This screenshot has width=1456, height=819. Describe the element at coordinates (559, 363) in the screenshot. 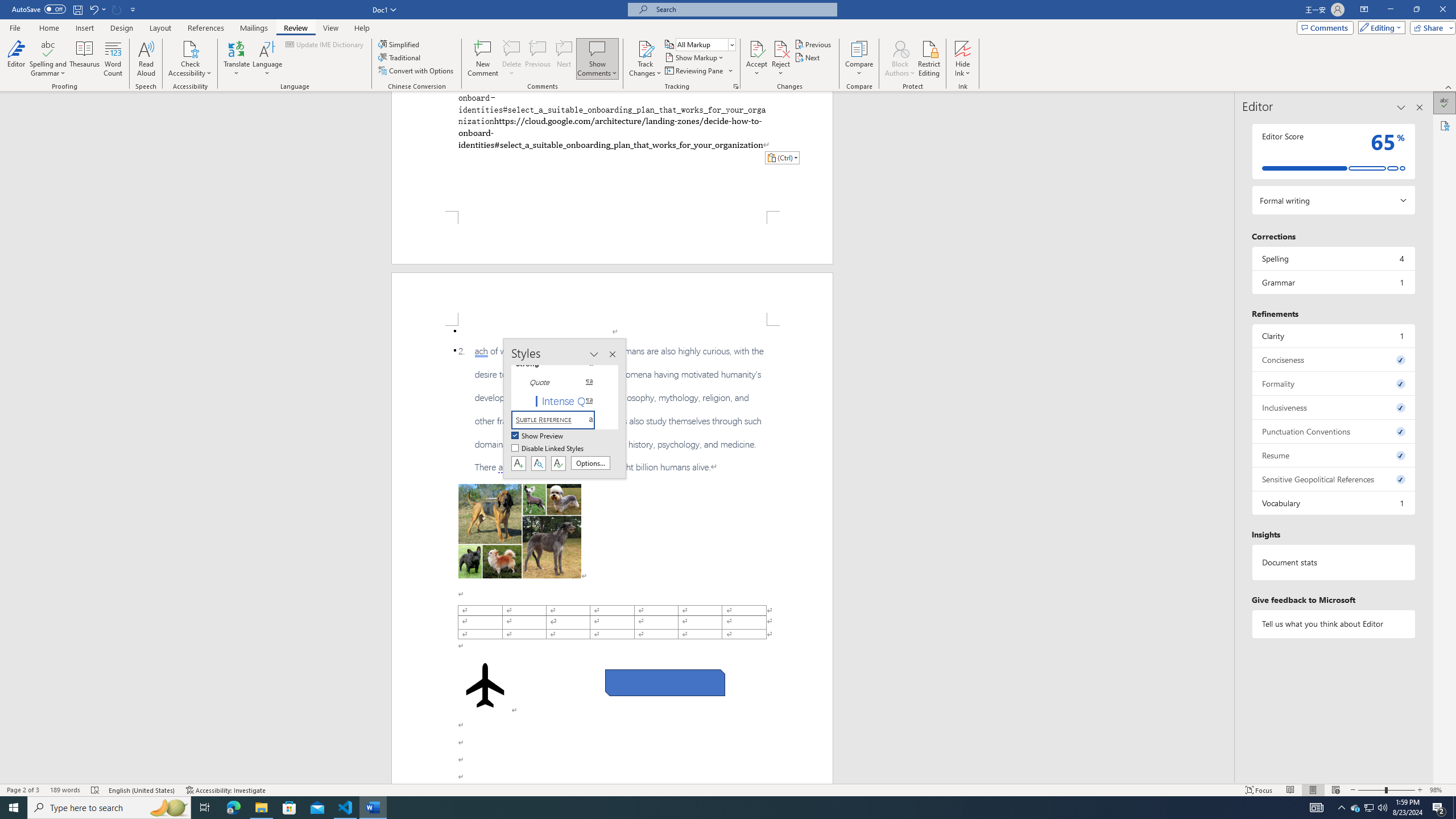

I see `'Strong'` at that location.